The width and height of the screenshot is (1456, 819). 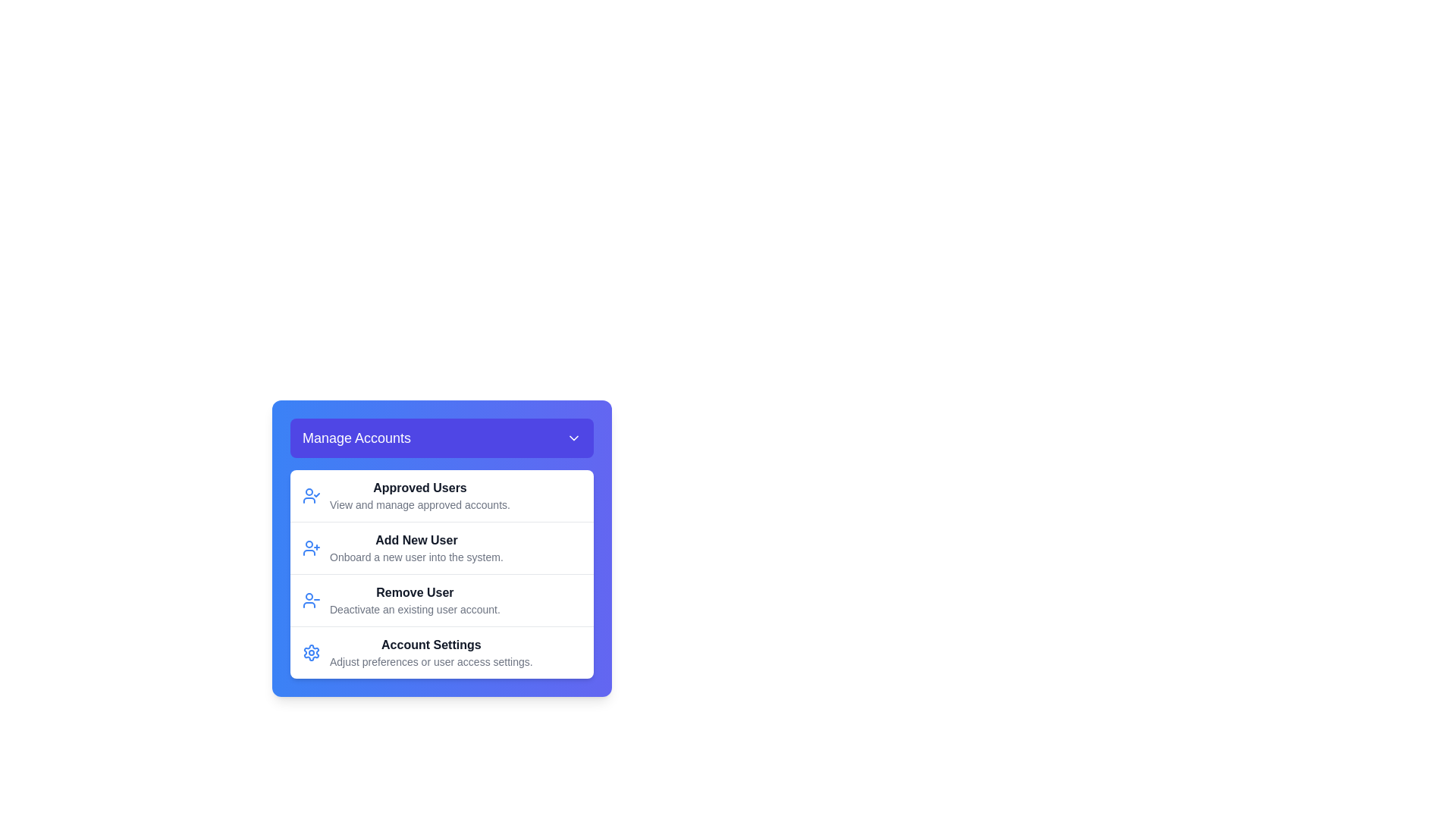 What do you see at coordinates (415, 599) in the screenshot?
I see `text of the label indicating the option to remove or deactivate a user account, which is positioned in the third row of the 'Manage Accounts' card, below 'Add New User' and above 'Account Settings'` at bounding box center [415, 599].